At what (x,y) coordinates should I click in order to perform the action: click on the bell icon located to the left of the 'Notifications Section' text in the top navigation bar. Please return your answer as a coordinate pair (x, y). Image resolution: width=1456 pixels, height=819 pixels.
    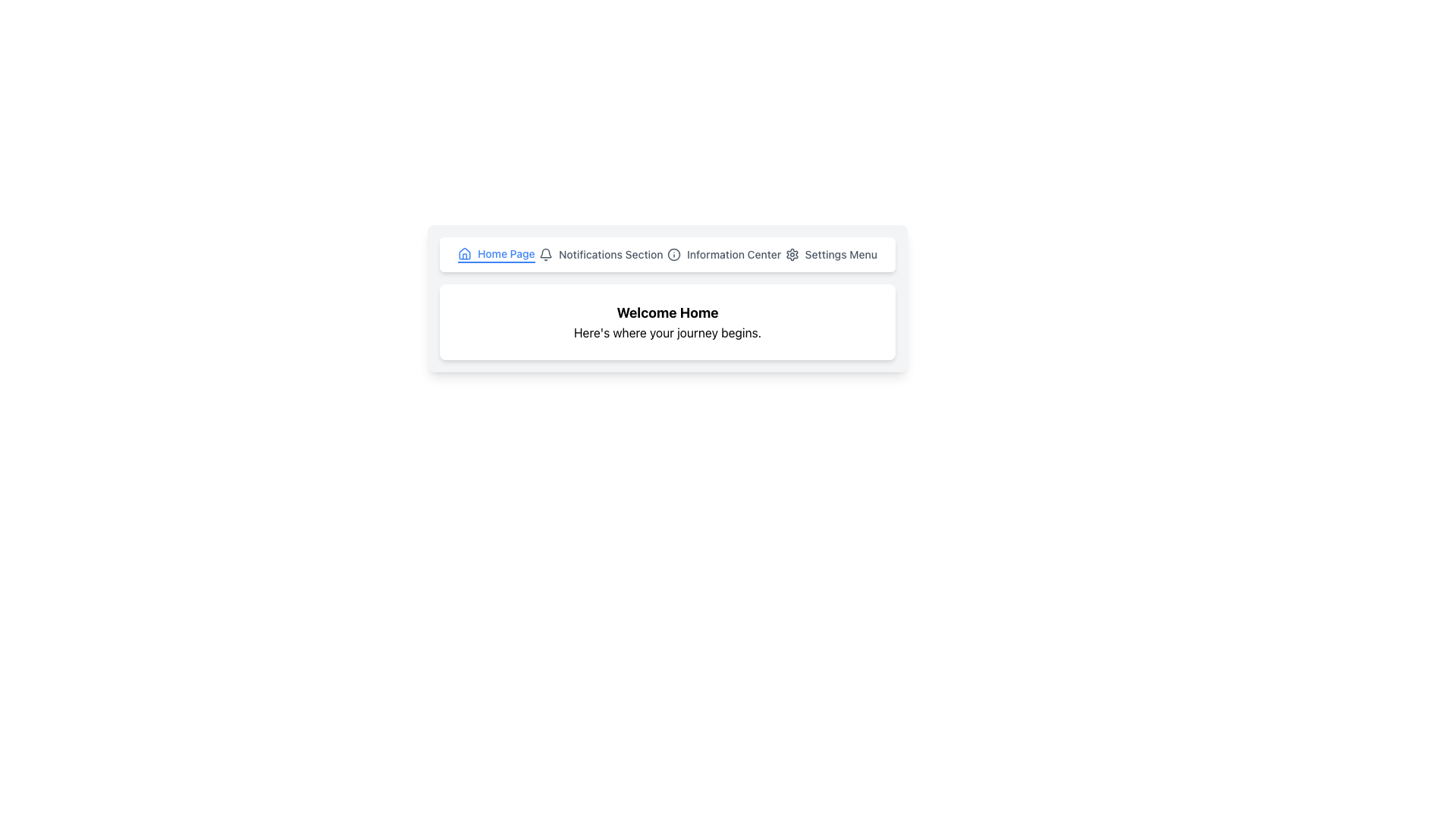
    Looking at the image, I should click on (546, 253).